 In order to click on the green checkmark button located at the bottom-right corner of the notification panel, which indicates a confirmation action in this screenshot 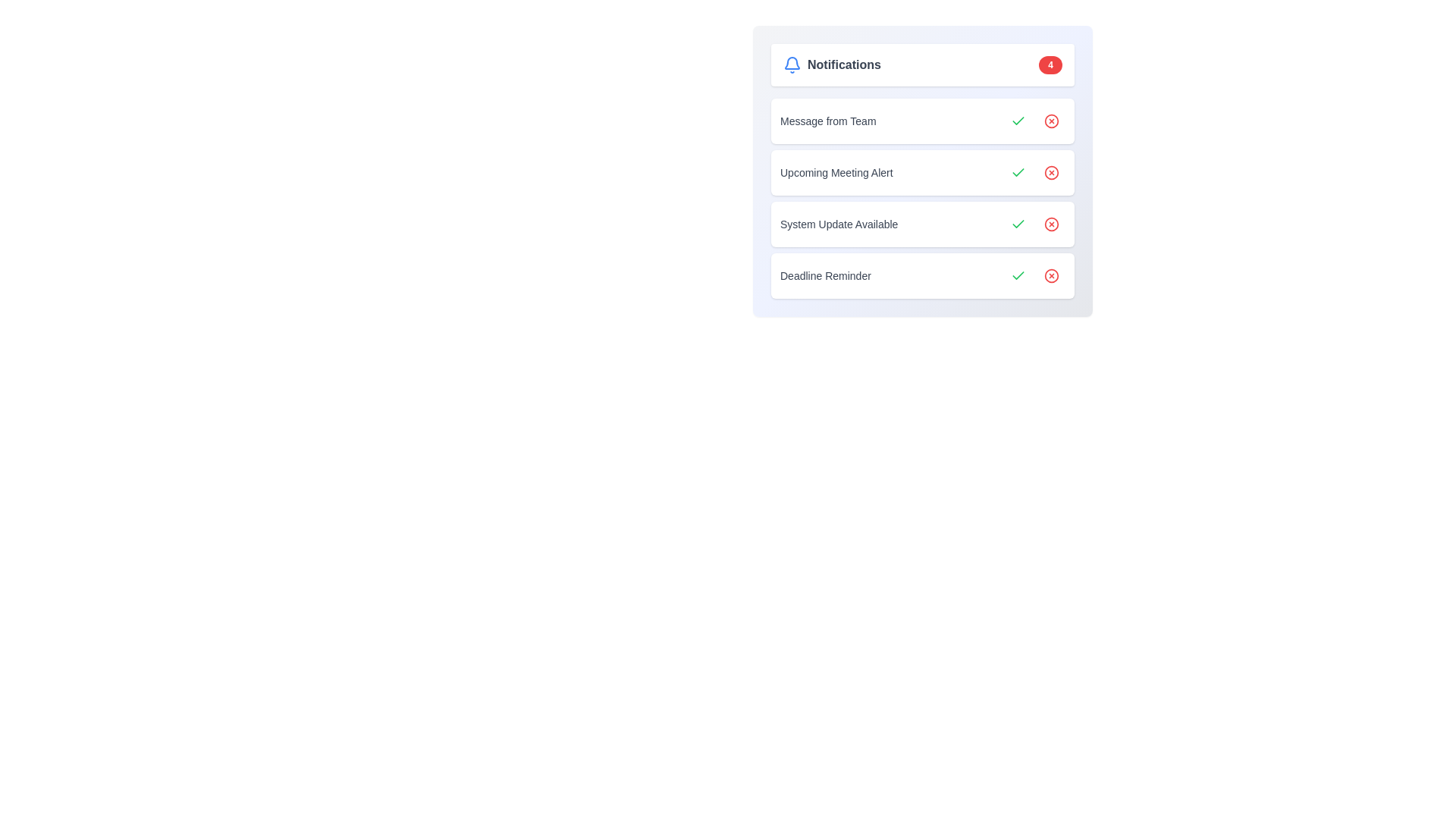, I will do `click(1018, 275)`.